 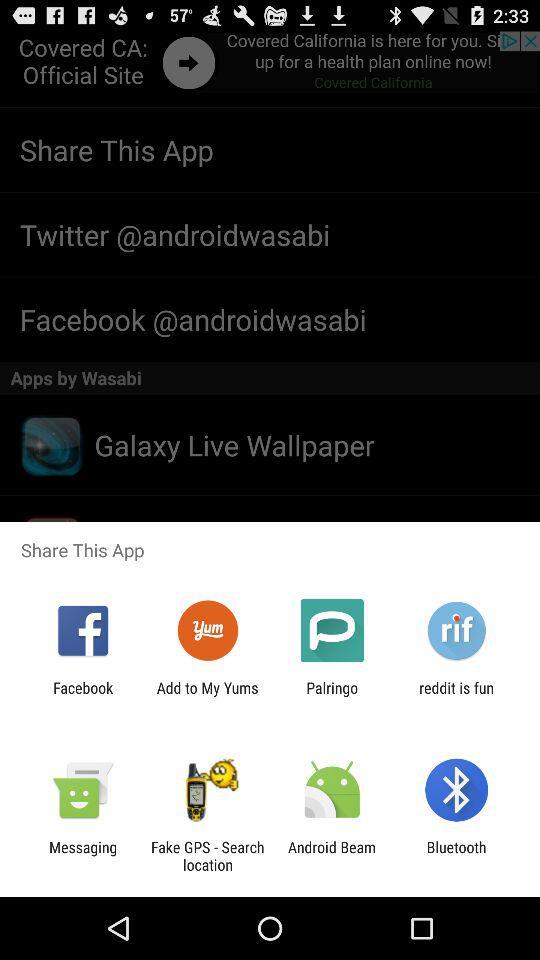 I want to click on icon to the left of palringo icon, so click(x=206, y=696).